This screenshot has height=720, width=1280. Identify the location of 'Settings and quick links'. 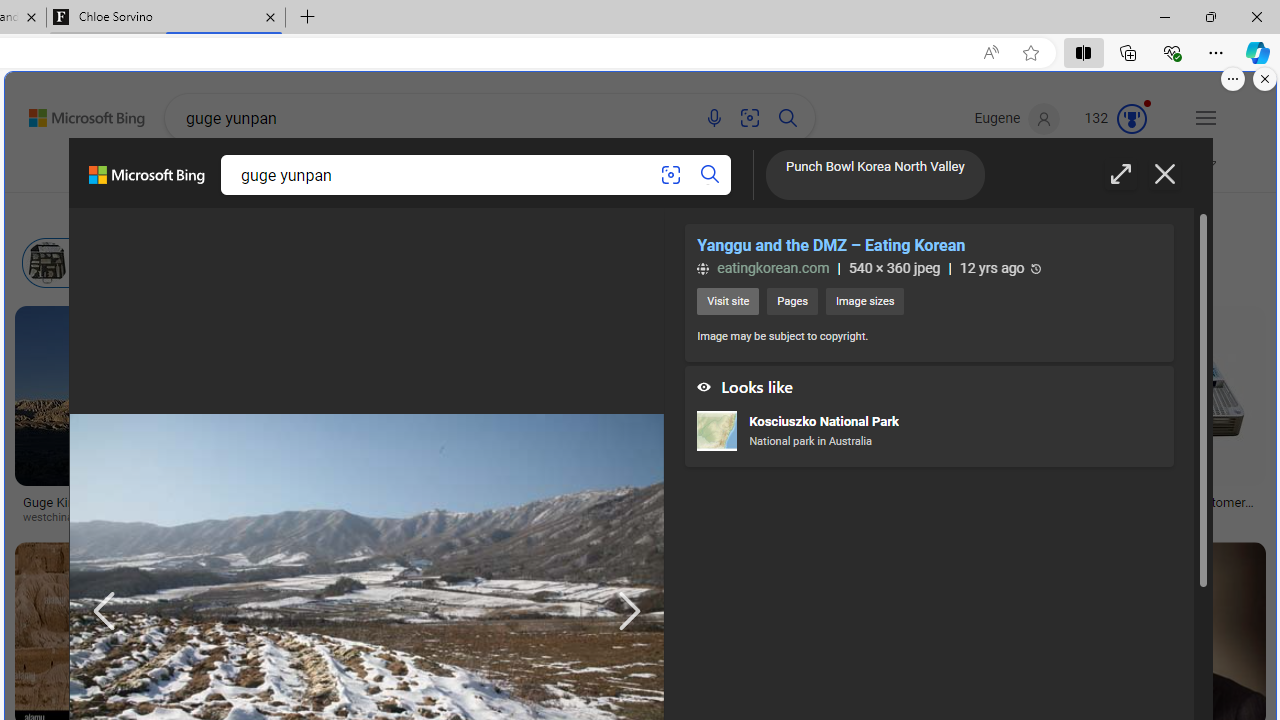
(1204, 118).